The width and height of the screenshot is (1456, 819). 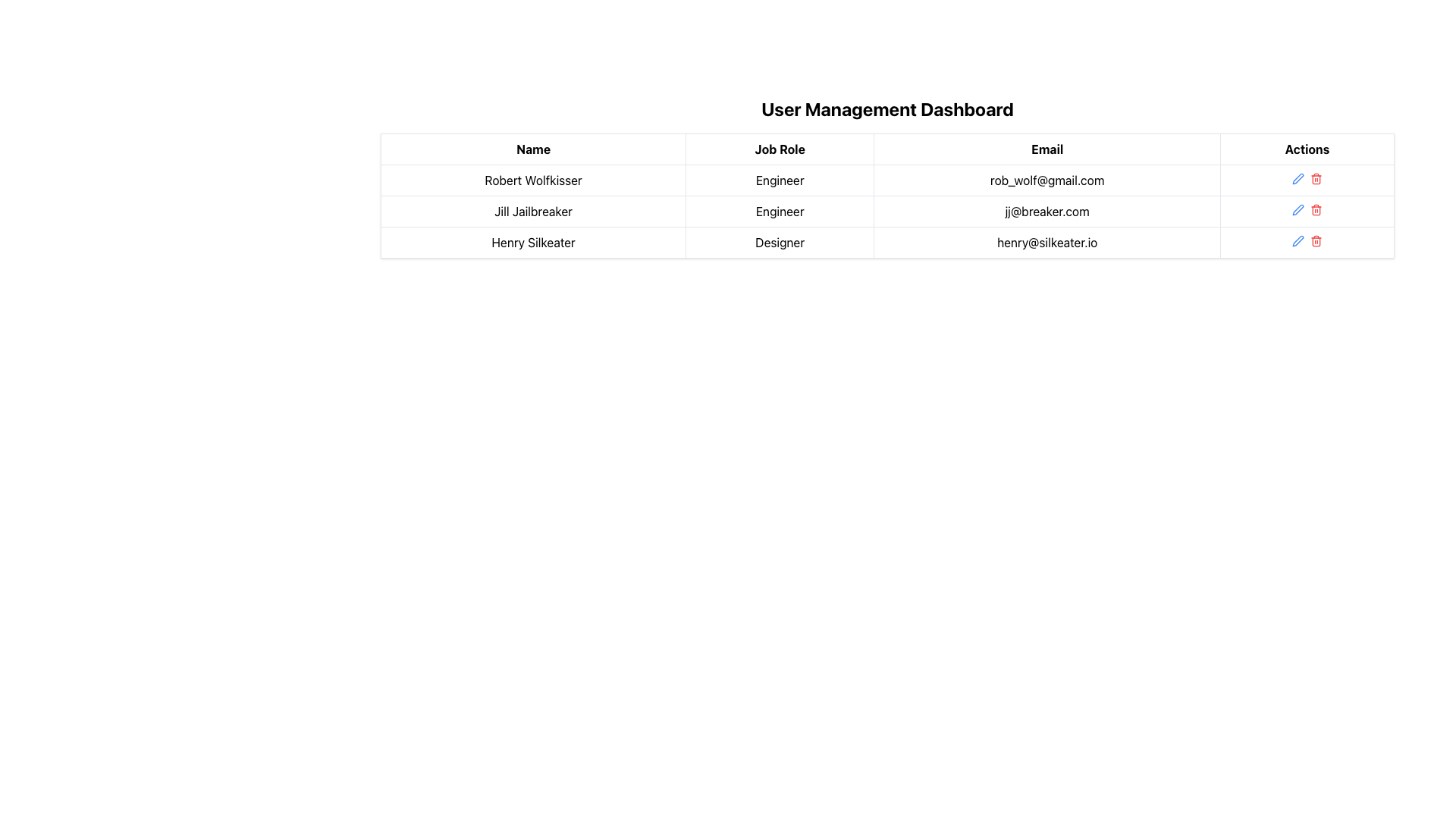 What do you see at coordinates (887, 180) in the screenshot?
I see `the first row of the user information table` at bounding box center [887, 180].